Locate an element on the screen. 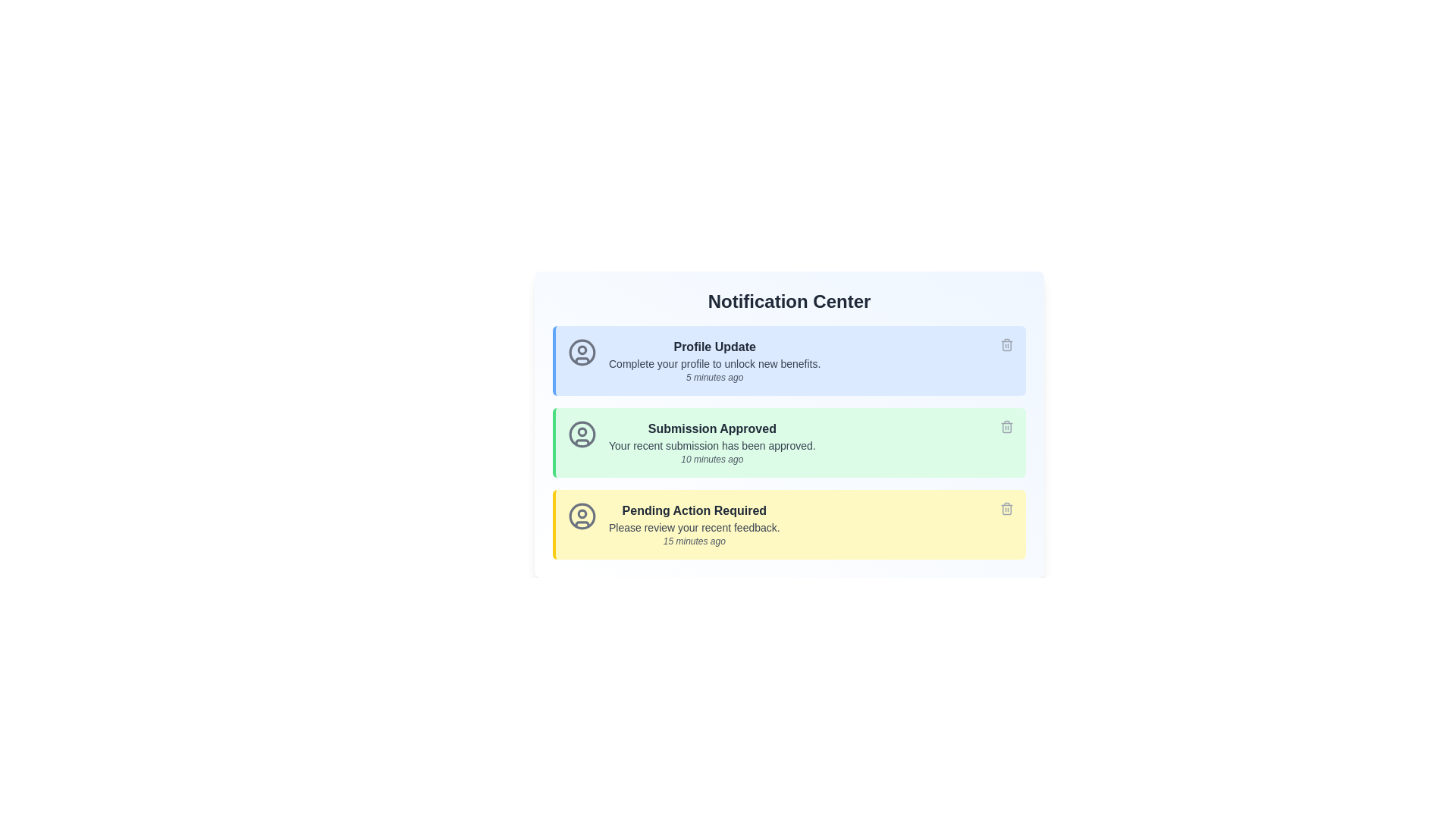  the graphical icon indicating a user profile or account-related update message located in the first notification card under the header 'Notification Center', positioned at the top-left corner adjacent to the title 'Profile Update' is located at coordinates (582, 353).